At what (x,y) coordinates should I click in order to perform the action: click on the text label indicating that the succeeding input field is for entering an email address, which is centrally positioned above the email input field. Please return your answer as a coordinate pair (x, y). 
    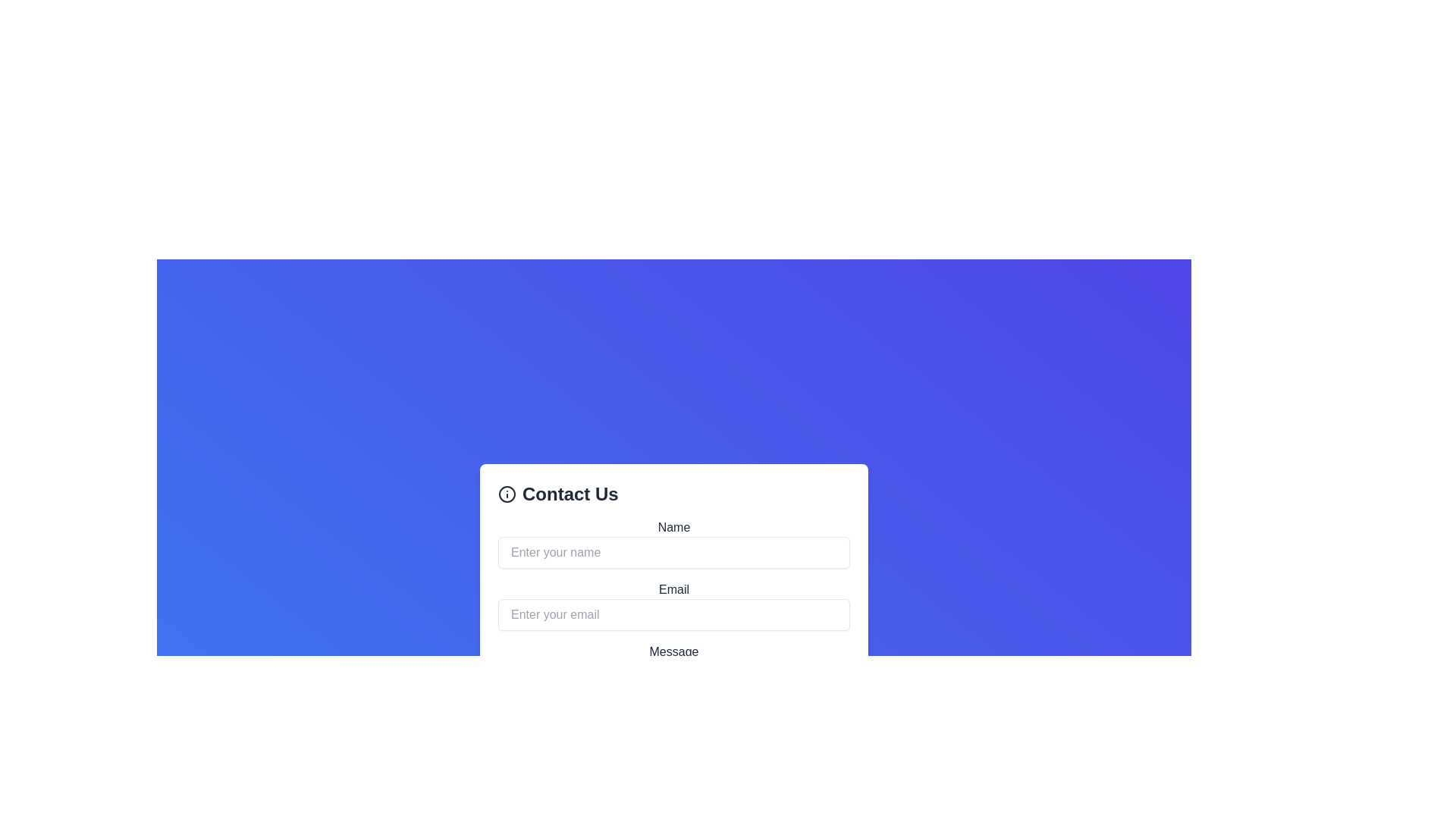
    Looking at the image, I should click on (673, 588).